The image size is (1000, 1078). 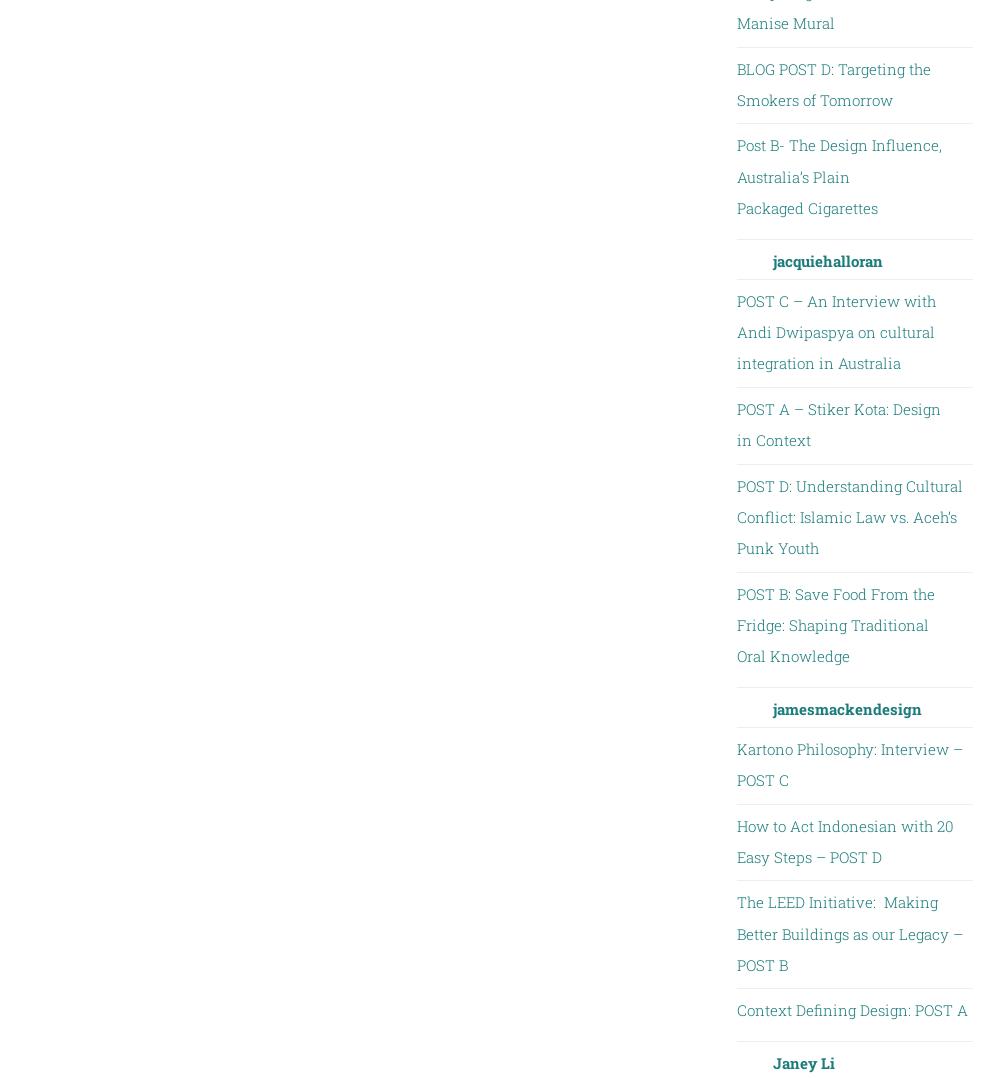 I want to click on 'The LEED Initiative:  Making Better Buildings as our Legacy – POST B', so click(x=735, y=932).